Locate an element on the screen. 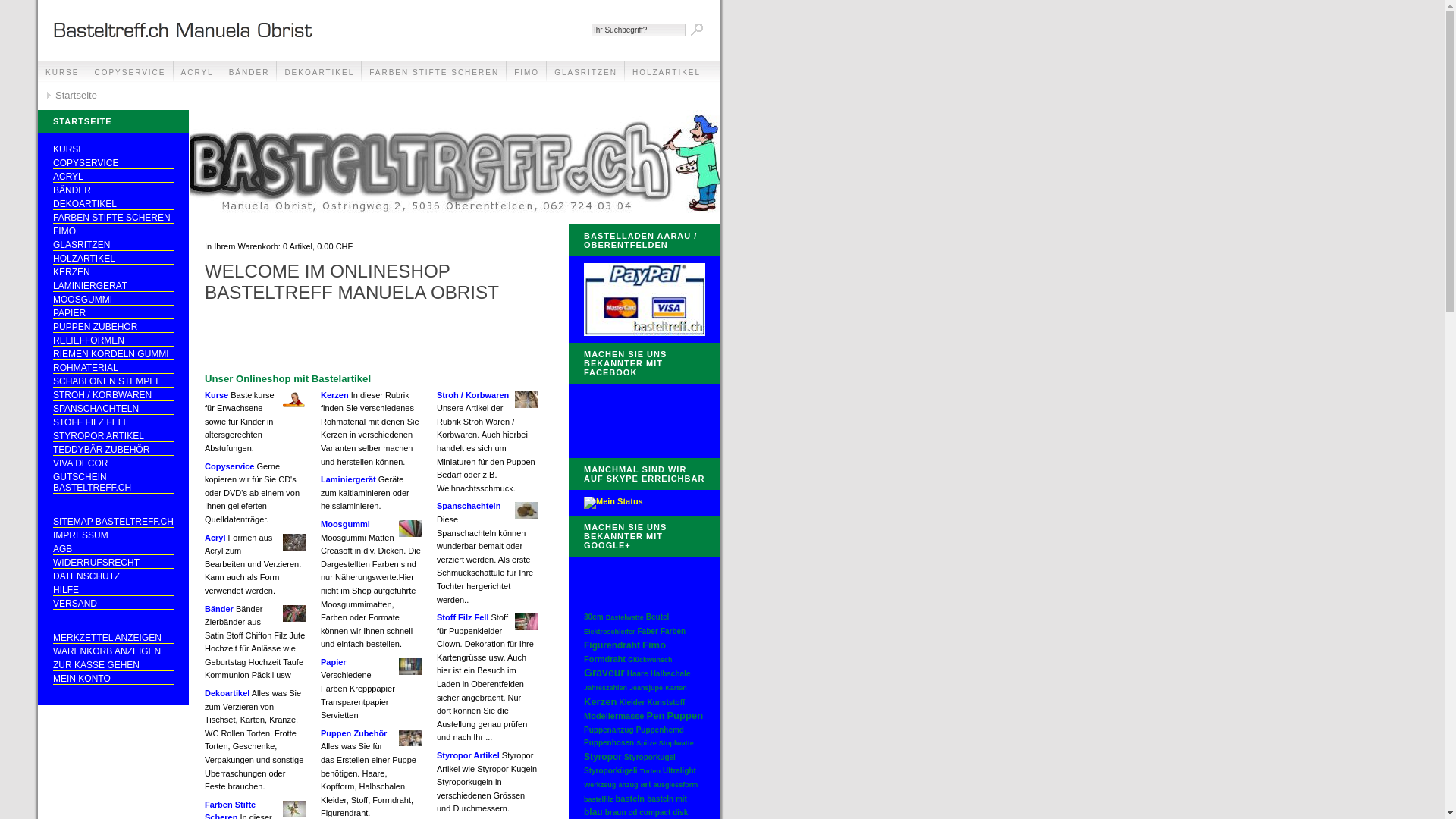  'WARENKORB ANZEIGEN' is located at coordinates (112, 651).